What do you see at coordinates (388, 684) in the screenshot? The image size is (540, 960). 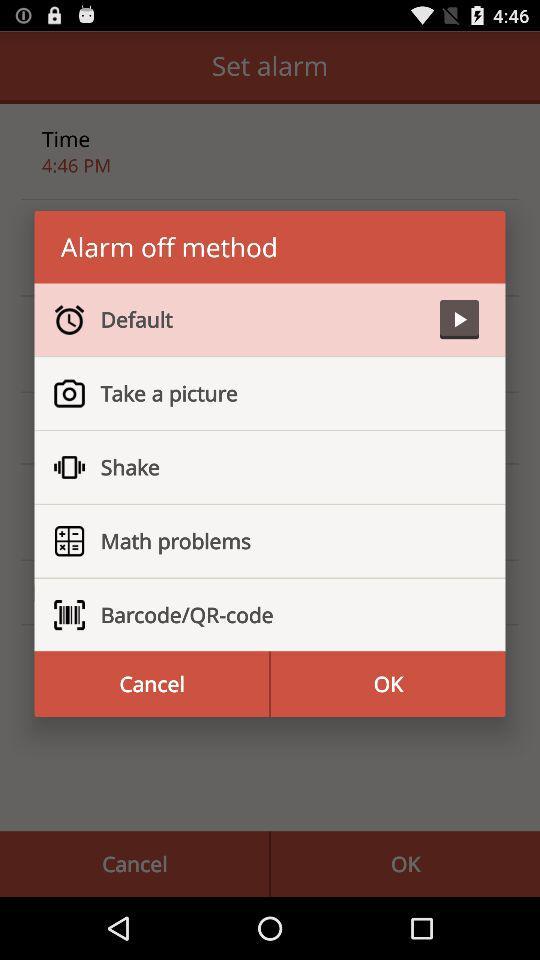 I see `the item at the bottom right corner` at bounding box center [388, 684].